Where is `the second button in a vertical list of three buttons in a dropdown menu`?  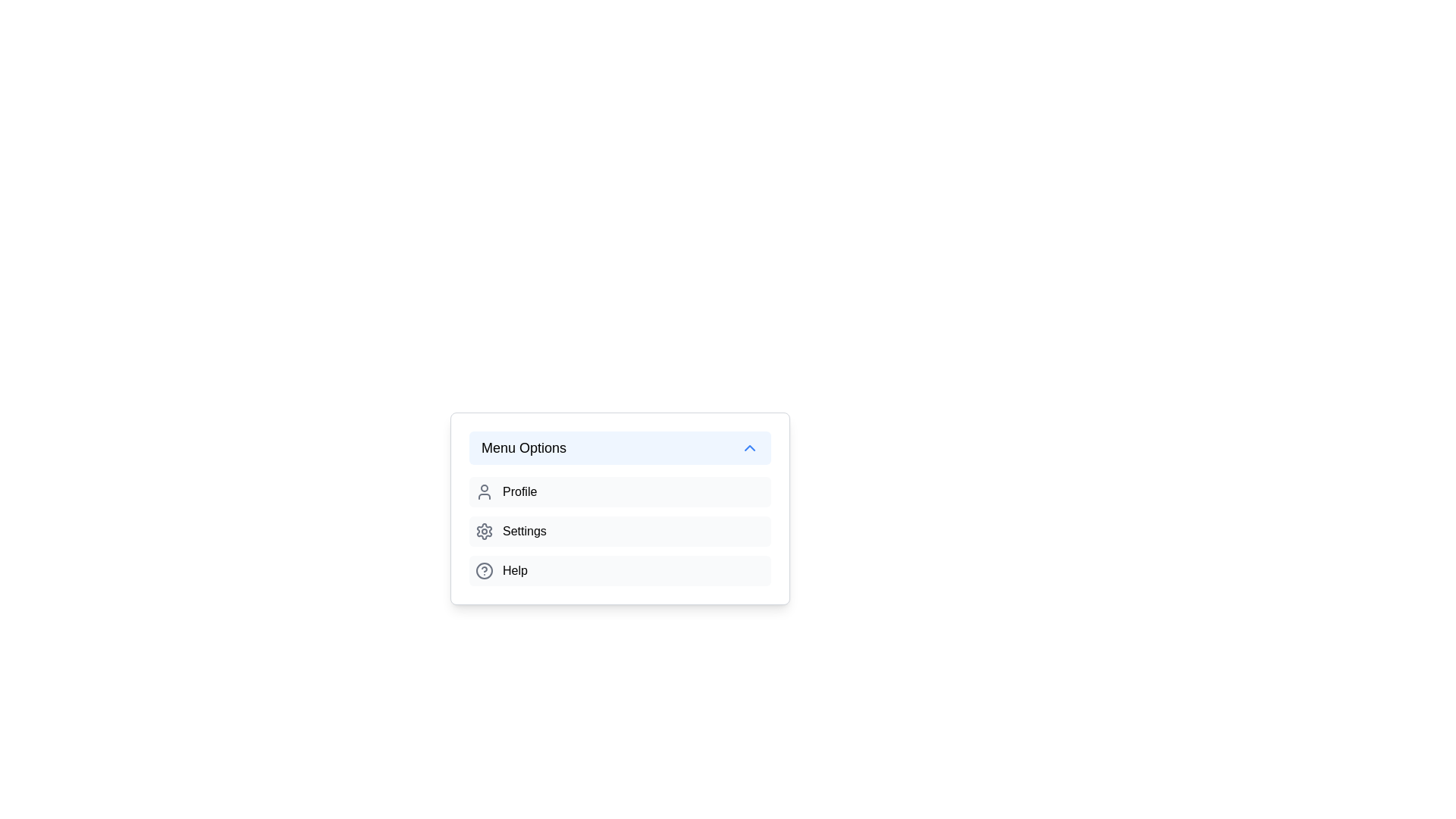 the second button in a vertical list of three buttons in a dropdown menu is located at coordinates (620, 546).